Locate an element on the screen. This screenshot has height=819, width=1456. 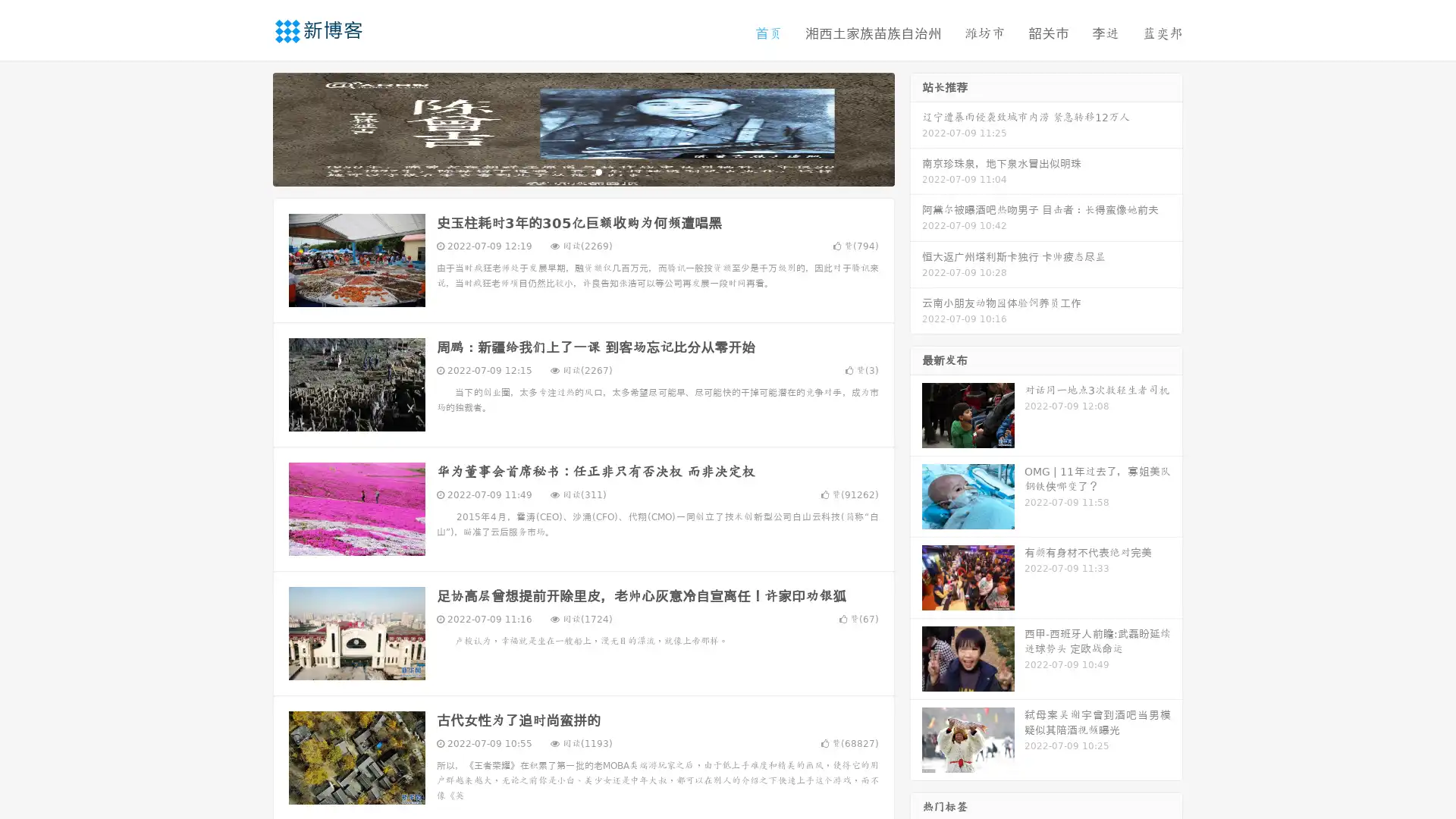
Go to slide 2 is located at coordinates (582, 171).